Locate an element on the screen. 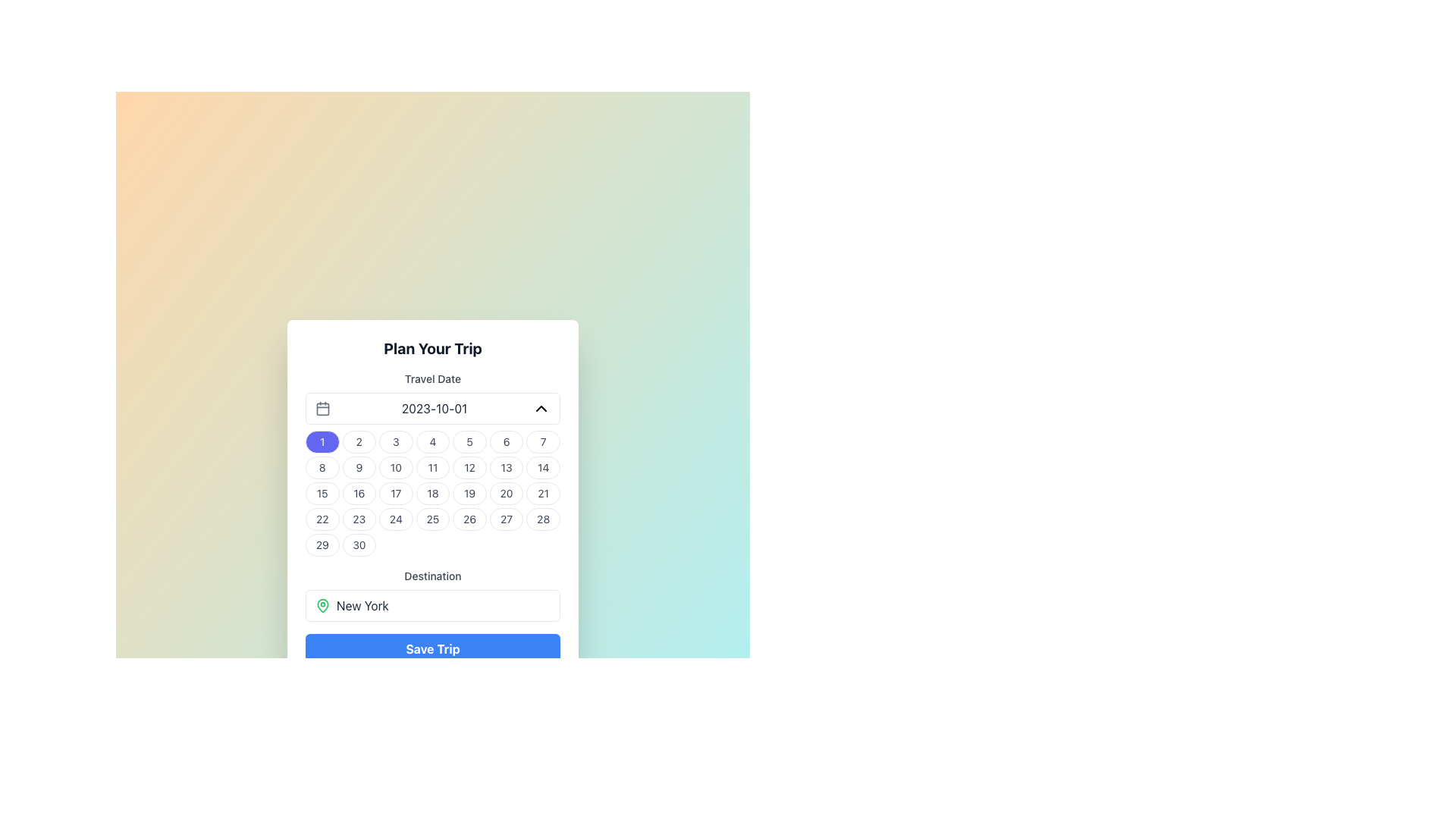  the 17th day button in the calendar date picker is located at coordinates (396, 494).